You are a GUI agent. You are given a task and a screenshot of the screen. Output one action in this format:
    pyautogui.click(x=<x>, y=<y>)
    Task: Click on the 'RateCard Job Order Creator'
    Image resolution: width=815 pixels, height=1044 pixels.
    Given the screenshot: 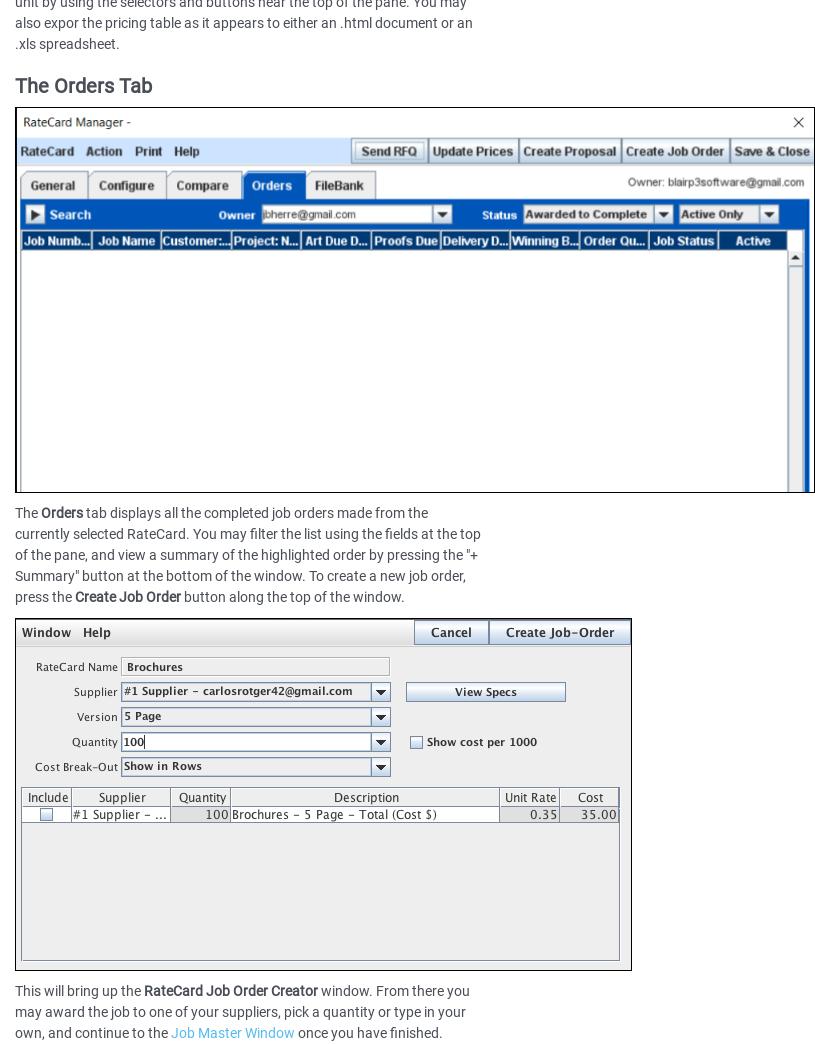 What is the action you would take?
    pyautogui.click(x=144, y=990)
    